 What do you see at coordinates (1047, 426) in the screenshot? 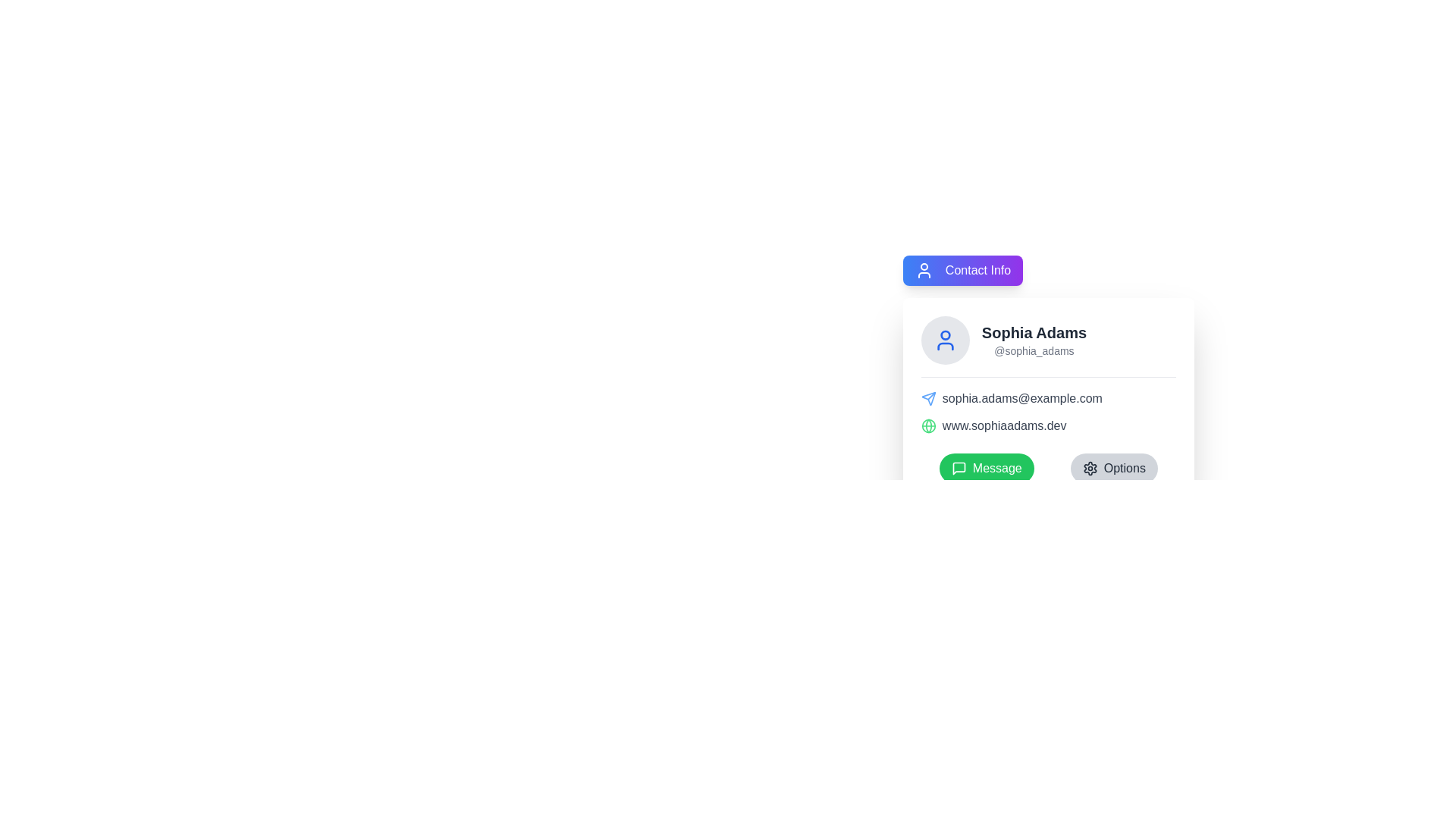
I see `the text 'www.sophiaadams.dev' in gray font, which is the second item` at bounding box center [1047, 426].